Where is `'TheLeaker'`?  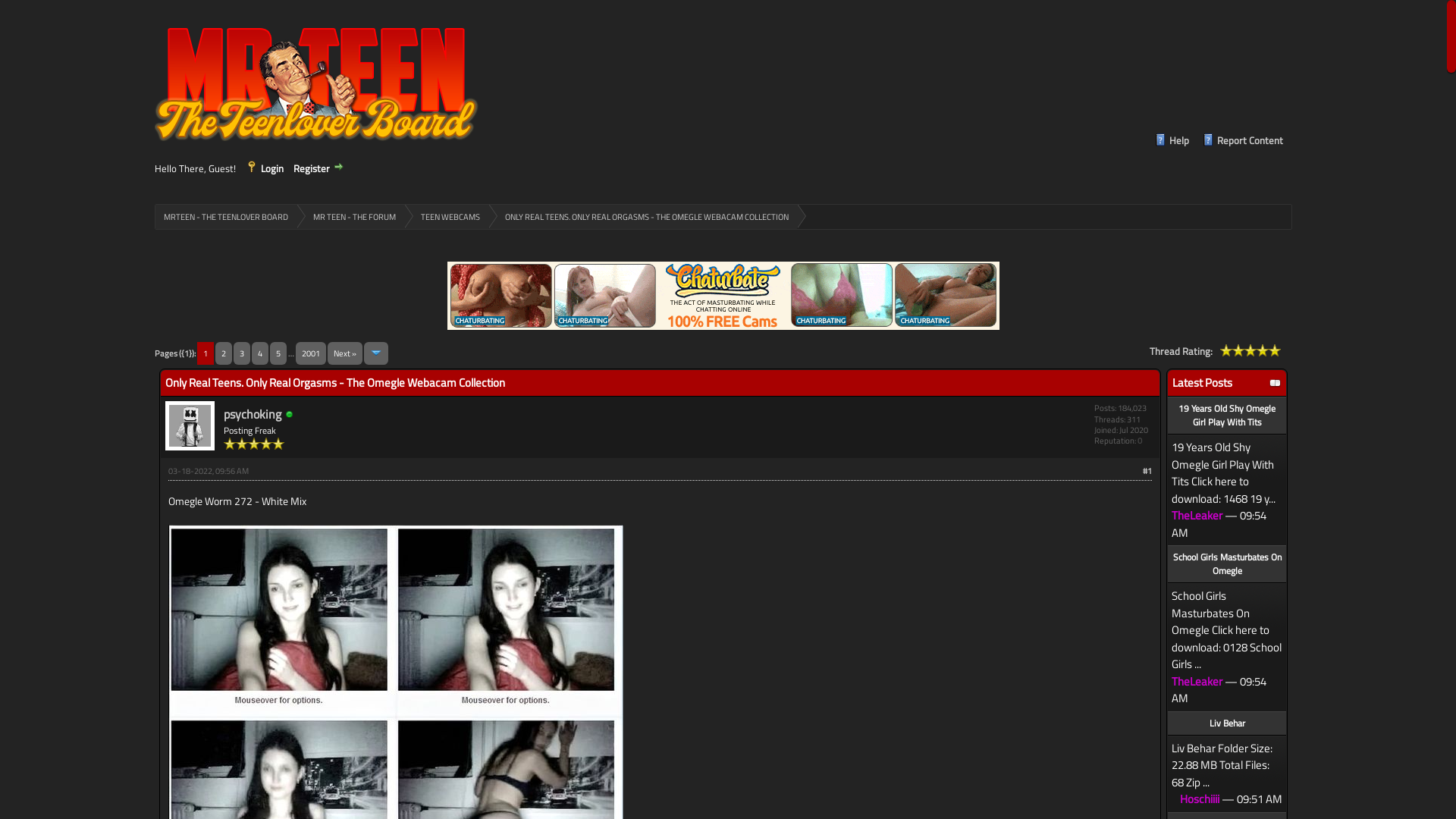
'TheLeaker' is located at coordinates (1196, 514).